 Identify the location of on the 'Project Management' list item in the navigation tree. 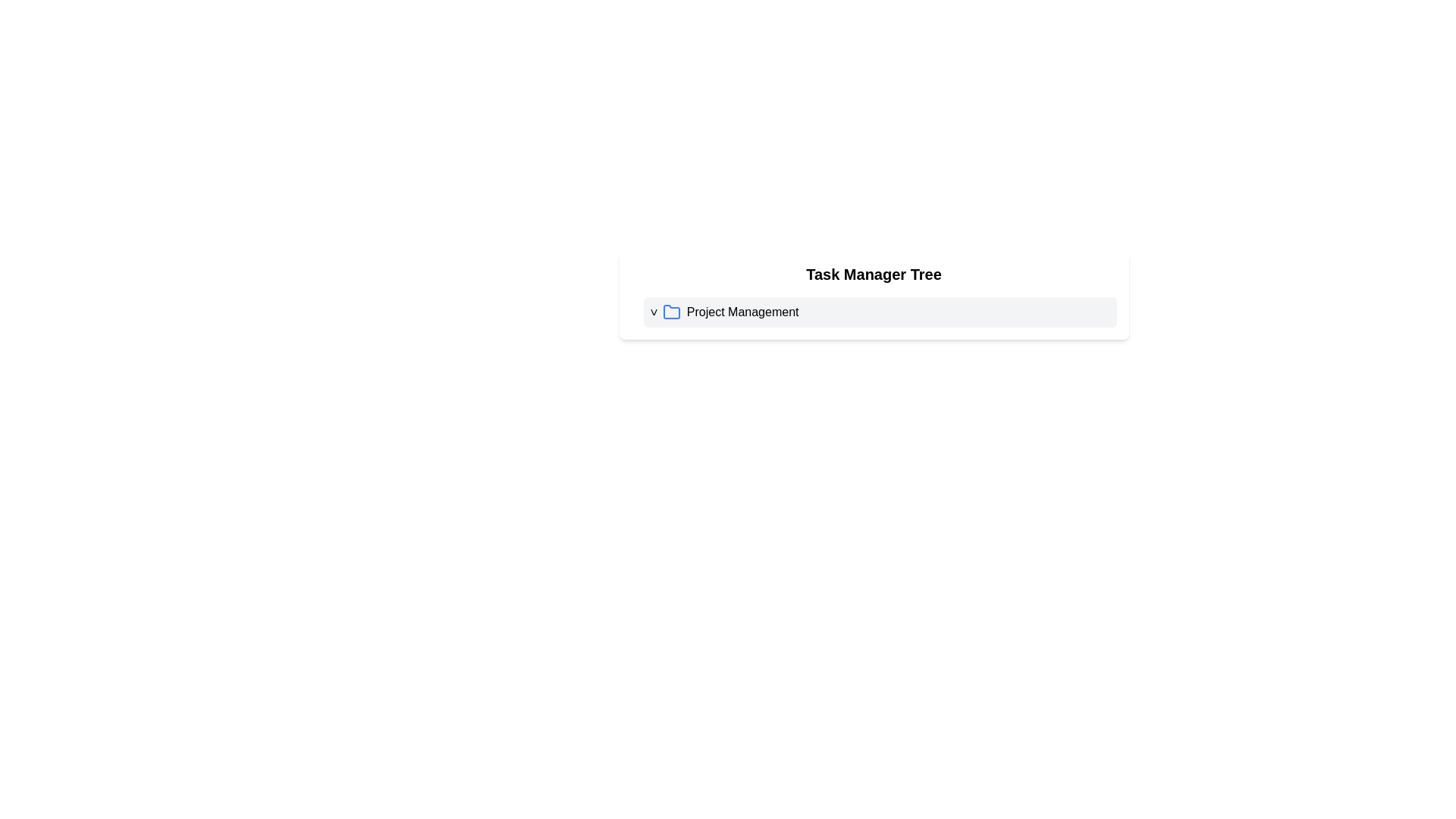
(874, 312).